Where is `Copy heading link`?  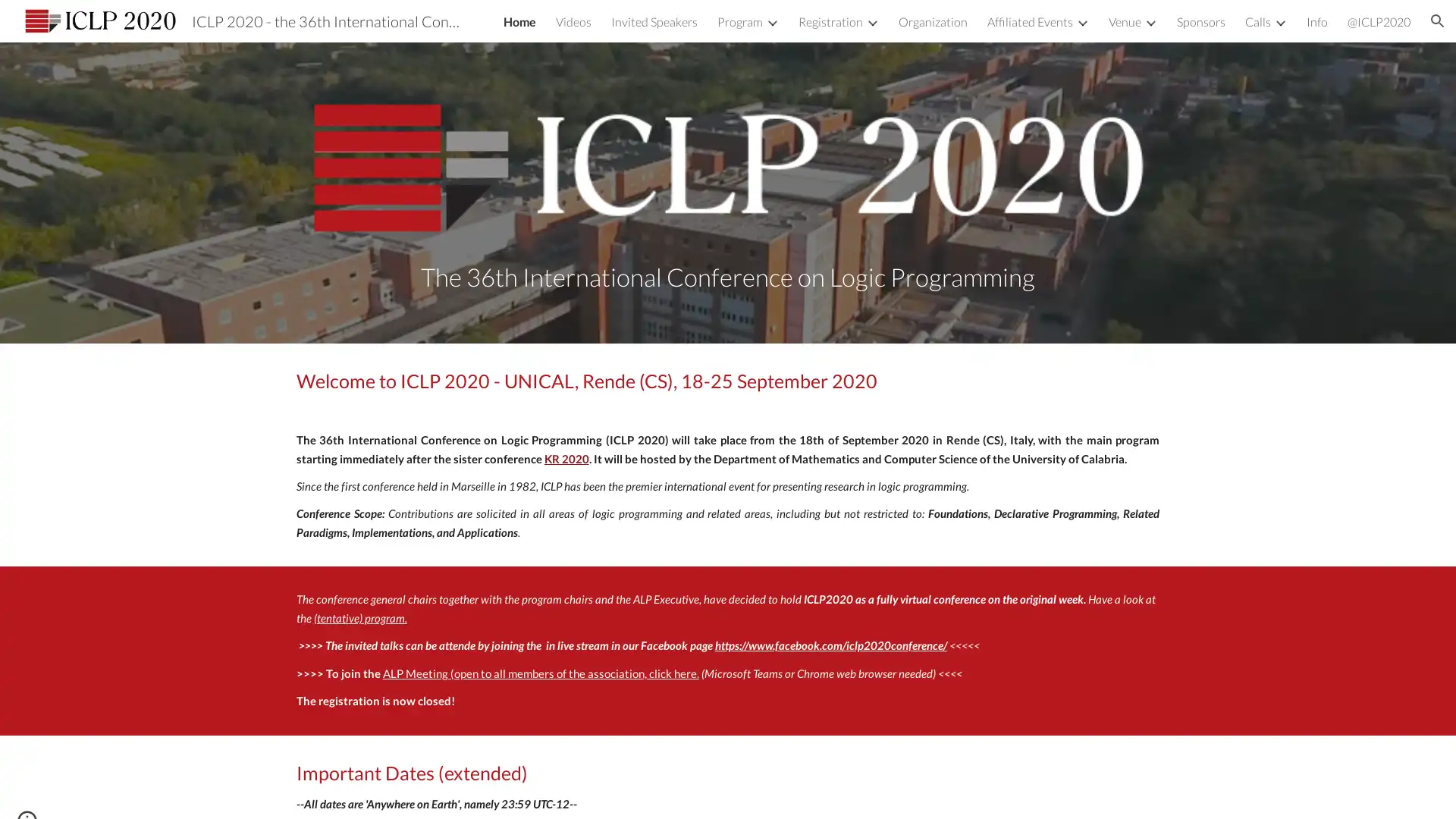
Copy heading link is located at coordinates (894, 379).